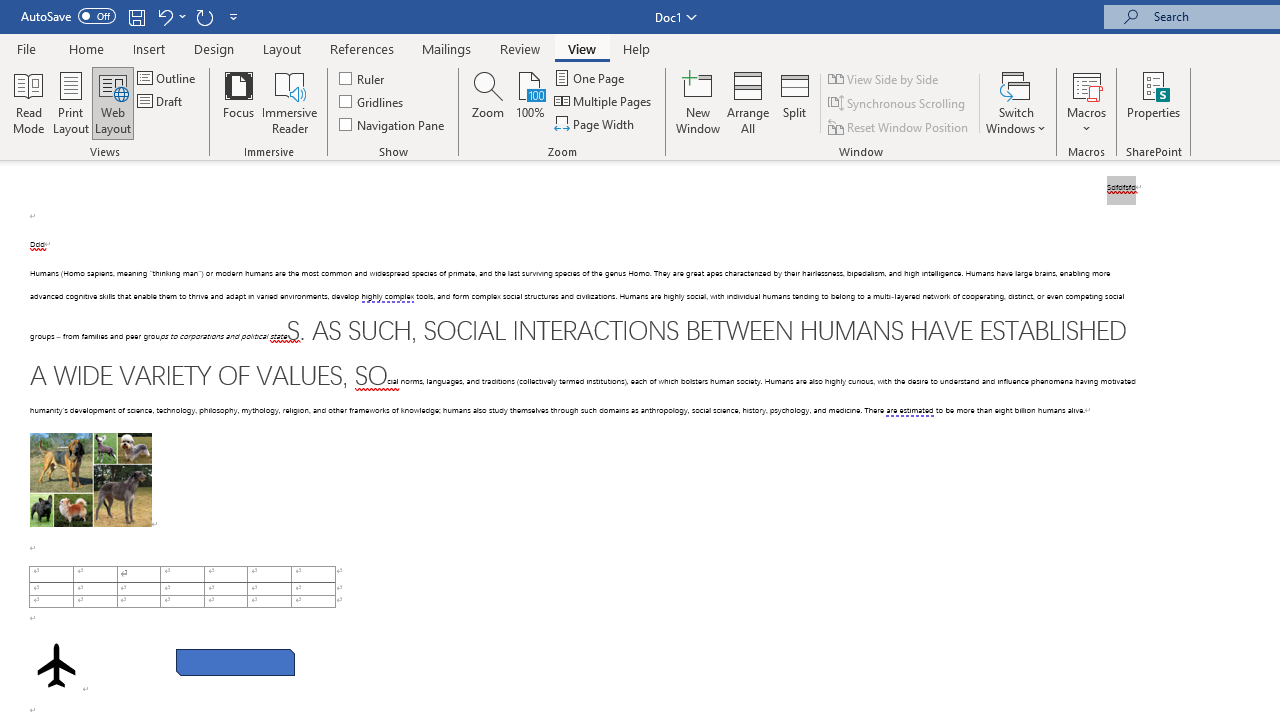  Describe the element at coordinates (1153, 103) in the screenshot. I see `'Properties'` at that location.